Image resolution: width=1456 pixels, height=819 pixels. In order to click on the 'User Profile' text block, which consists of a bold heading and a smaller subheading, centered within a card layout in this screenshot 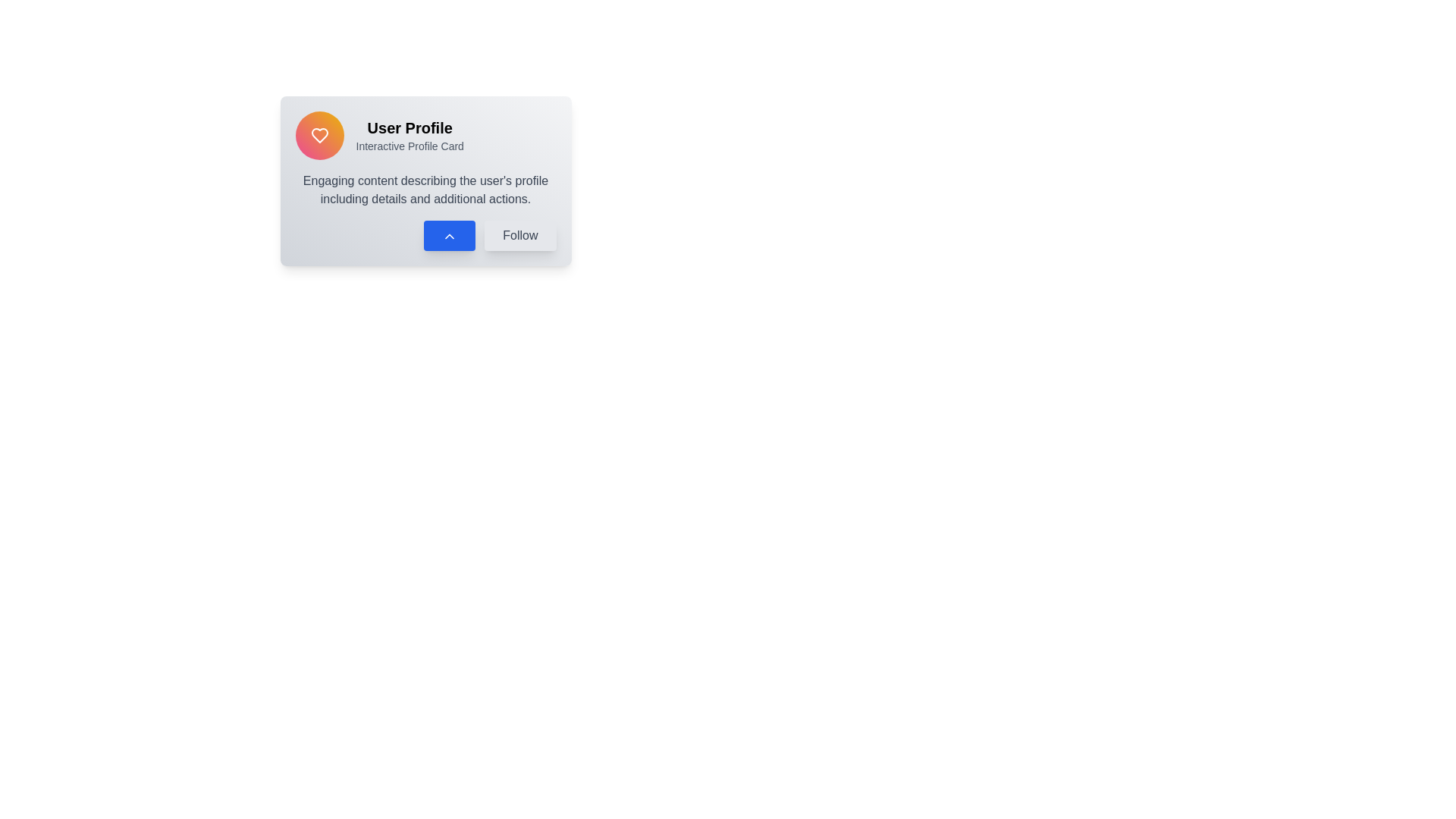, I will do `click(409, 134)`.